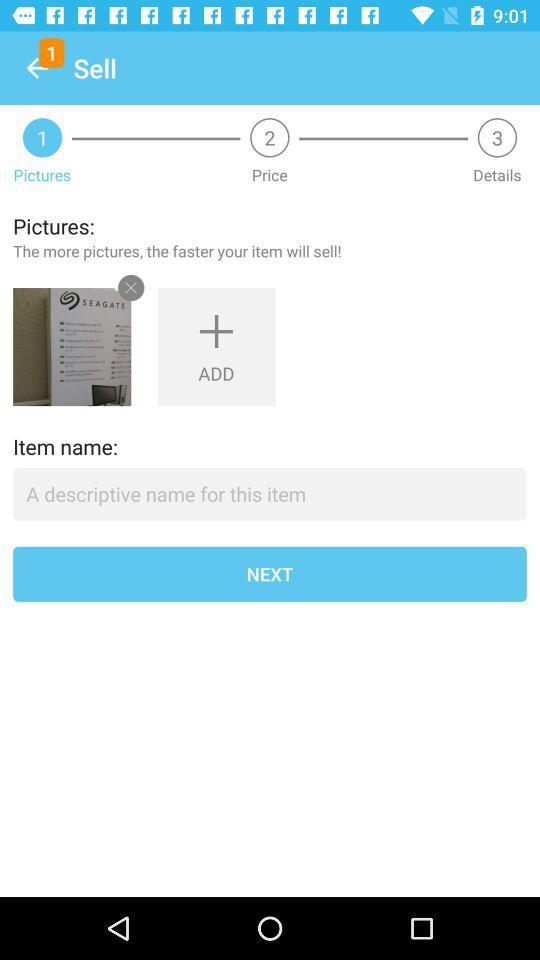 Image resolution: width=540 pixels, height=960 pixels. Describe the element at coordinates (270, 574) in the screenshot. I see `the next item` at that location.